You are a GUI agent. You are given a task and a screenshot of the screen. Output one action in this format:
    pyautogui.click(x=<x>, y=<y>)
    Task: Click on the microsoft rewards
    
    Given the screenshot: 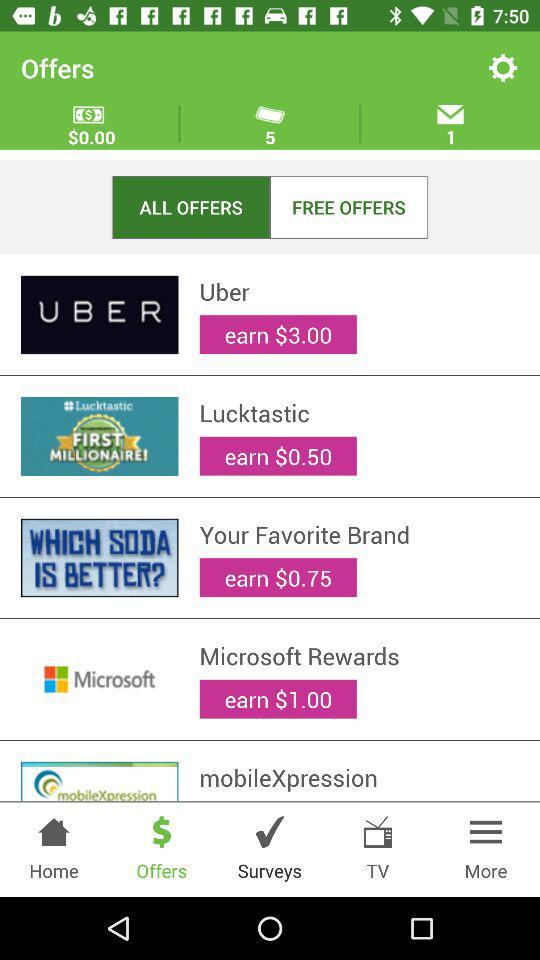 What is the action you would take?
    pyautogui.click(x=358, y=655)
    